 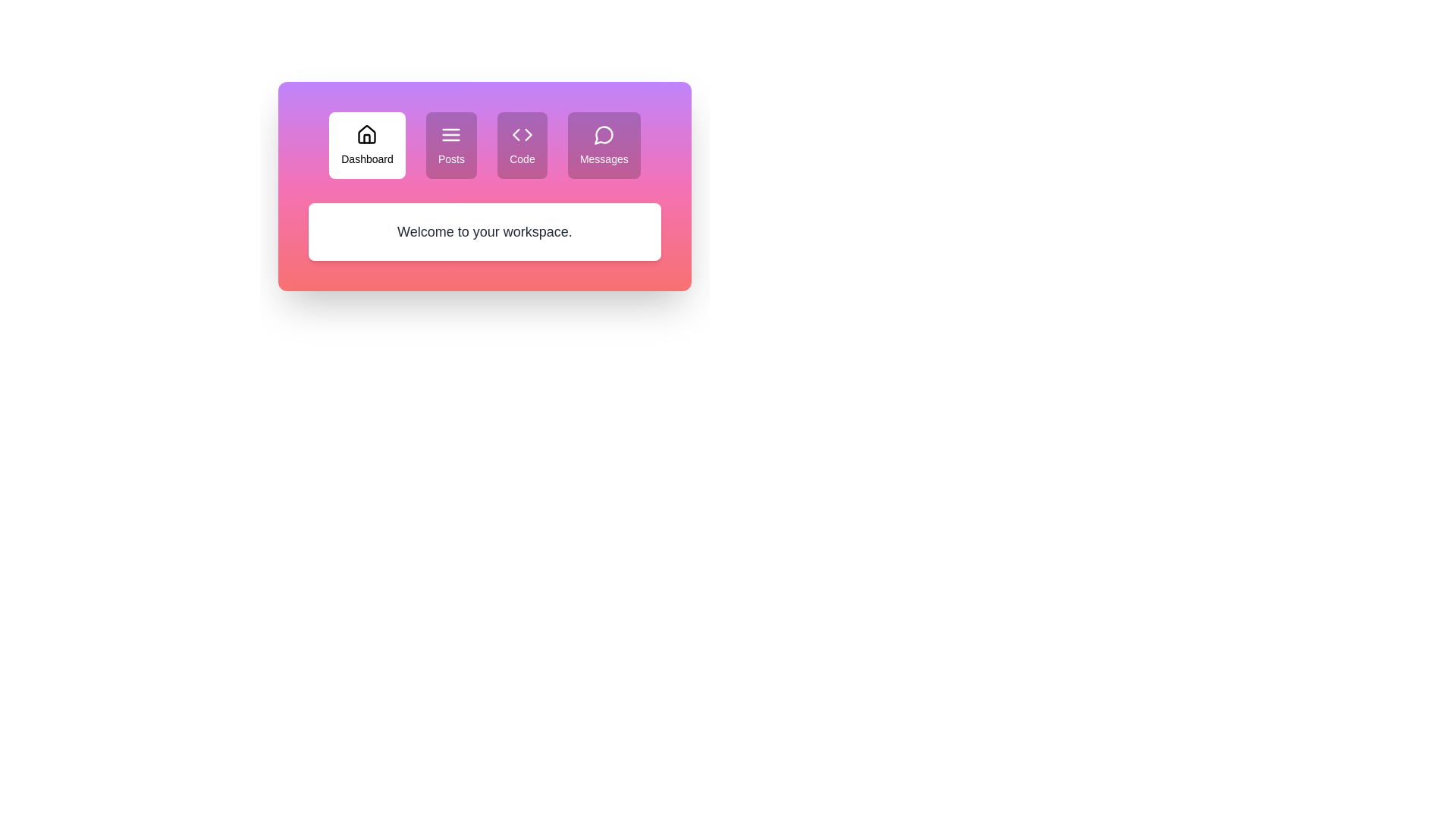 What do you see at coordinates (603, 133) in the screenshot?
I see `the icon of the tab labeled Messages` at bounding box center [603, 133].